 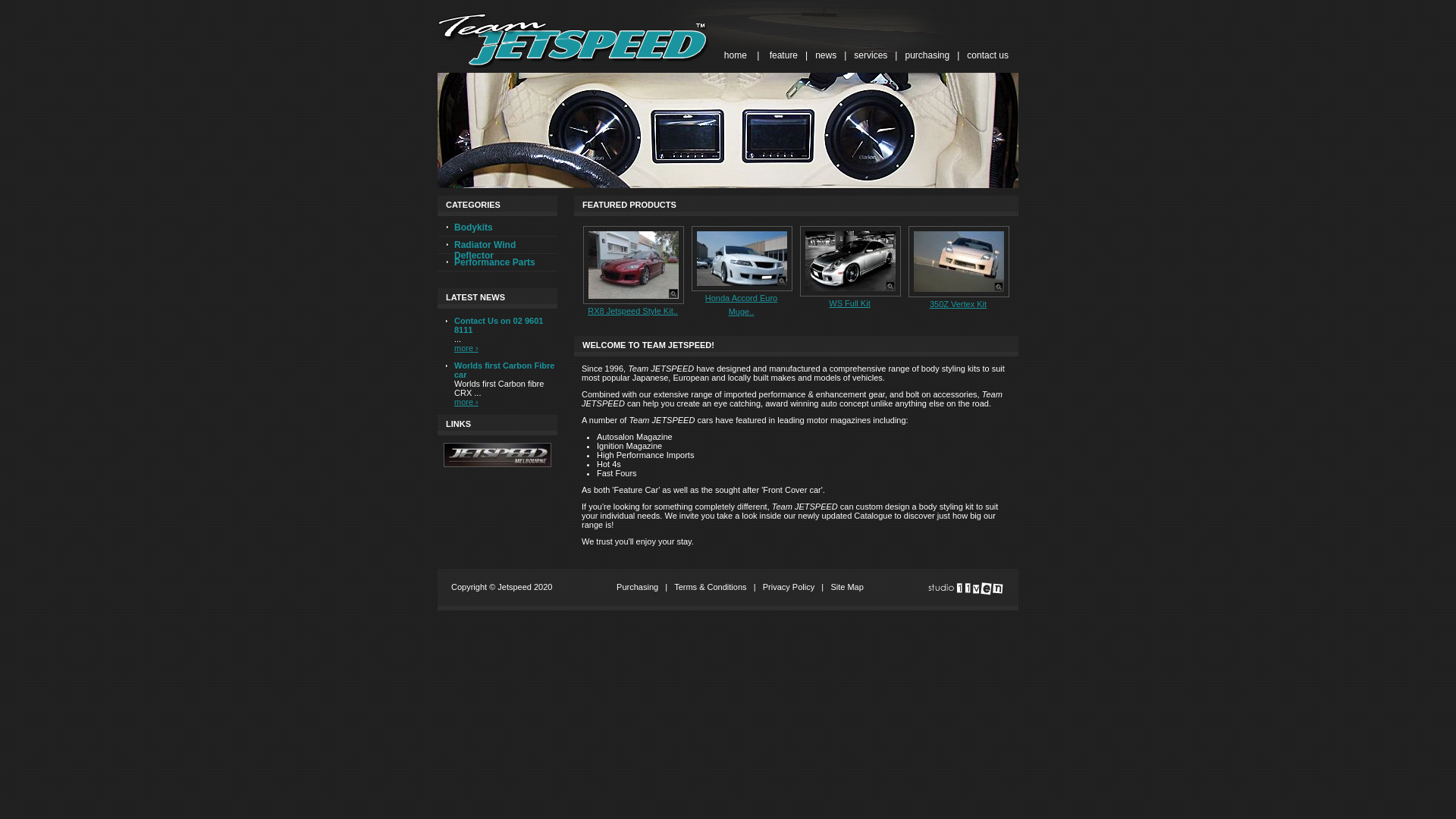 I want to click on 'Performance Parts', so click(x=497, y=262).